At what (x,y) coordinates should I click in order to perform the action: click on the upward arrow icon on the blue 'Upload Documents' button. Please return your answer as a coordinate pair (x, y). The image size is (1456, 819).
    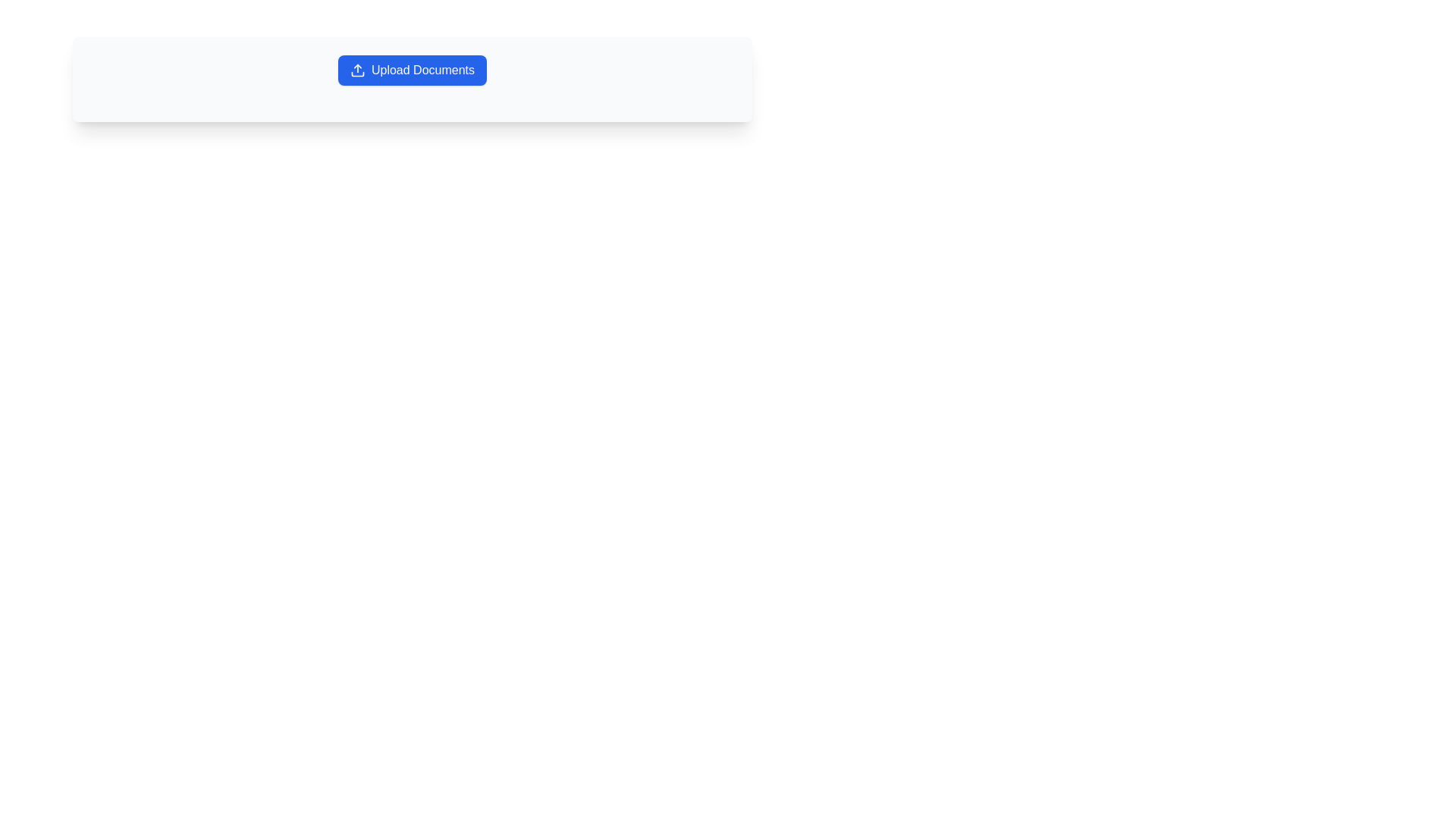
    Looking at the image, I should click on (356, 70).